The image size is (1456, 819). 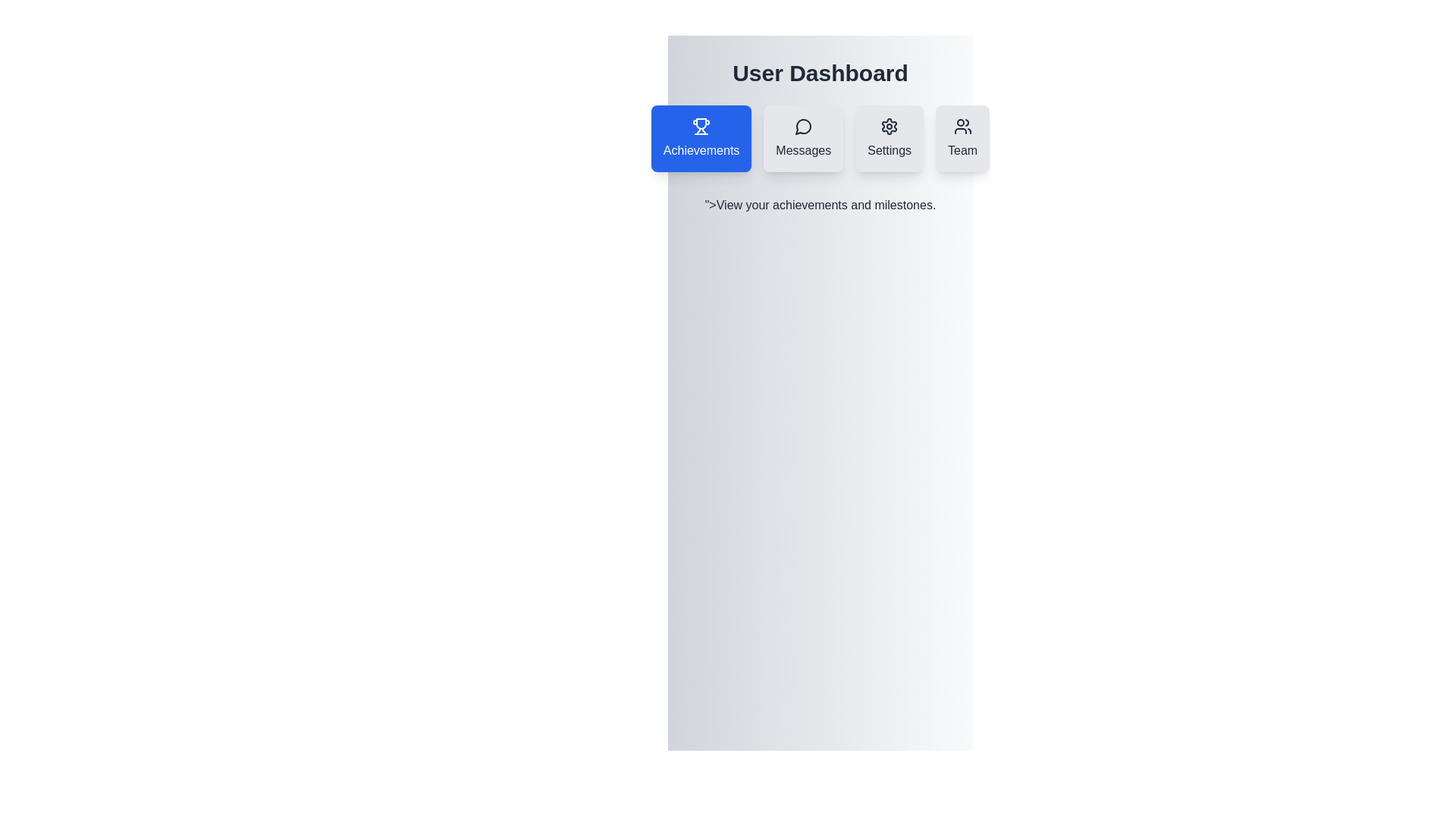 I want to click on the Messages tab to navigate to its content, so click(x=802, y=138).